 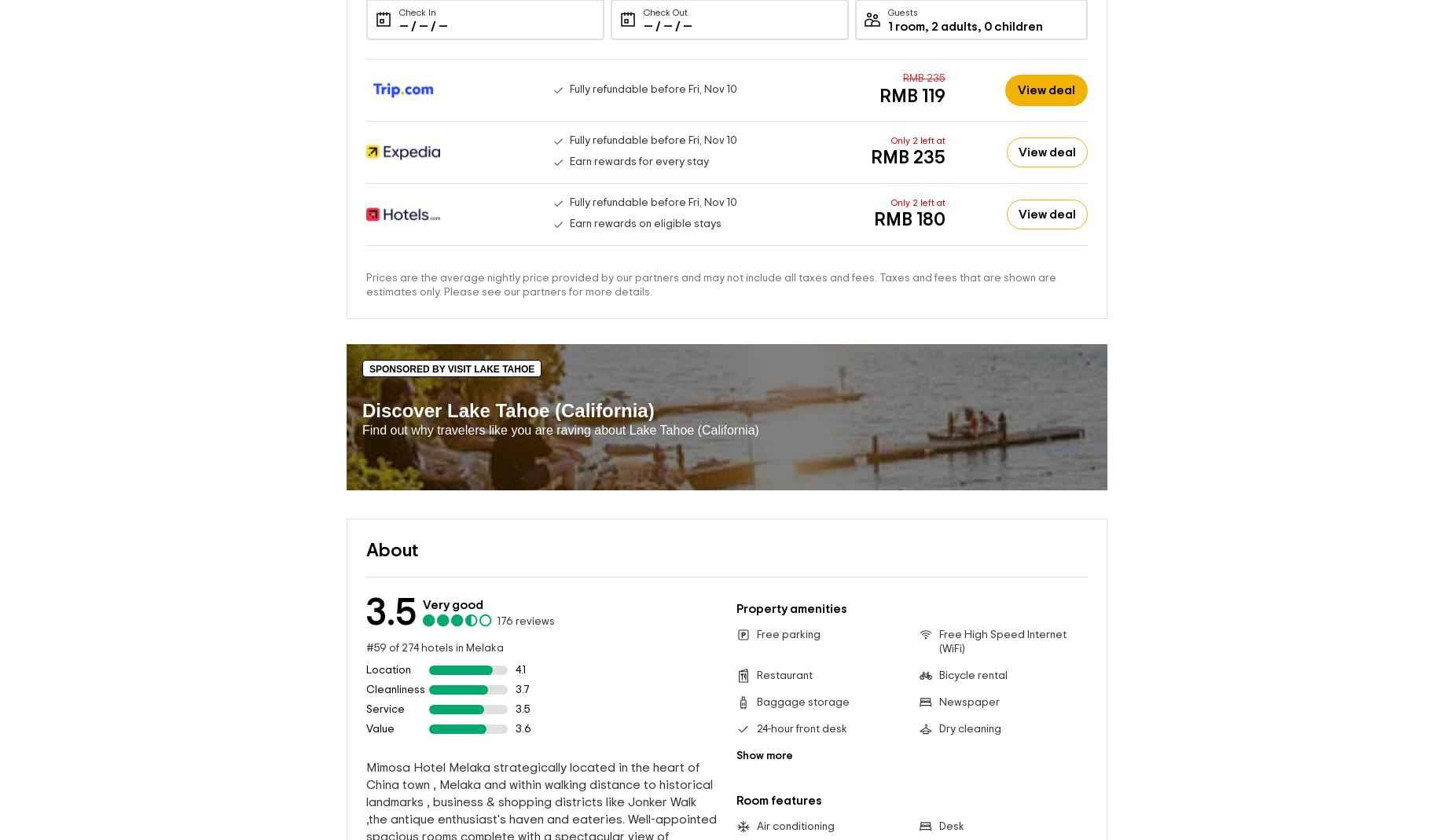 What do you see at coordinates (950, 827) in the screenshot?
I see `'Desk'` at bounding box center [950, 827].